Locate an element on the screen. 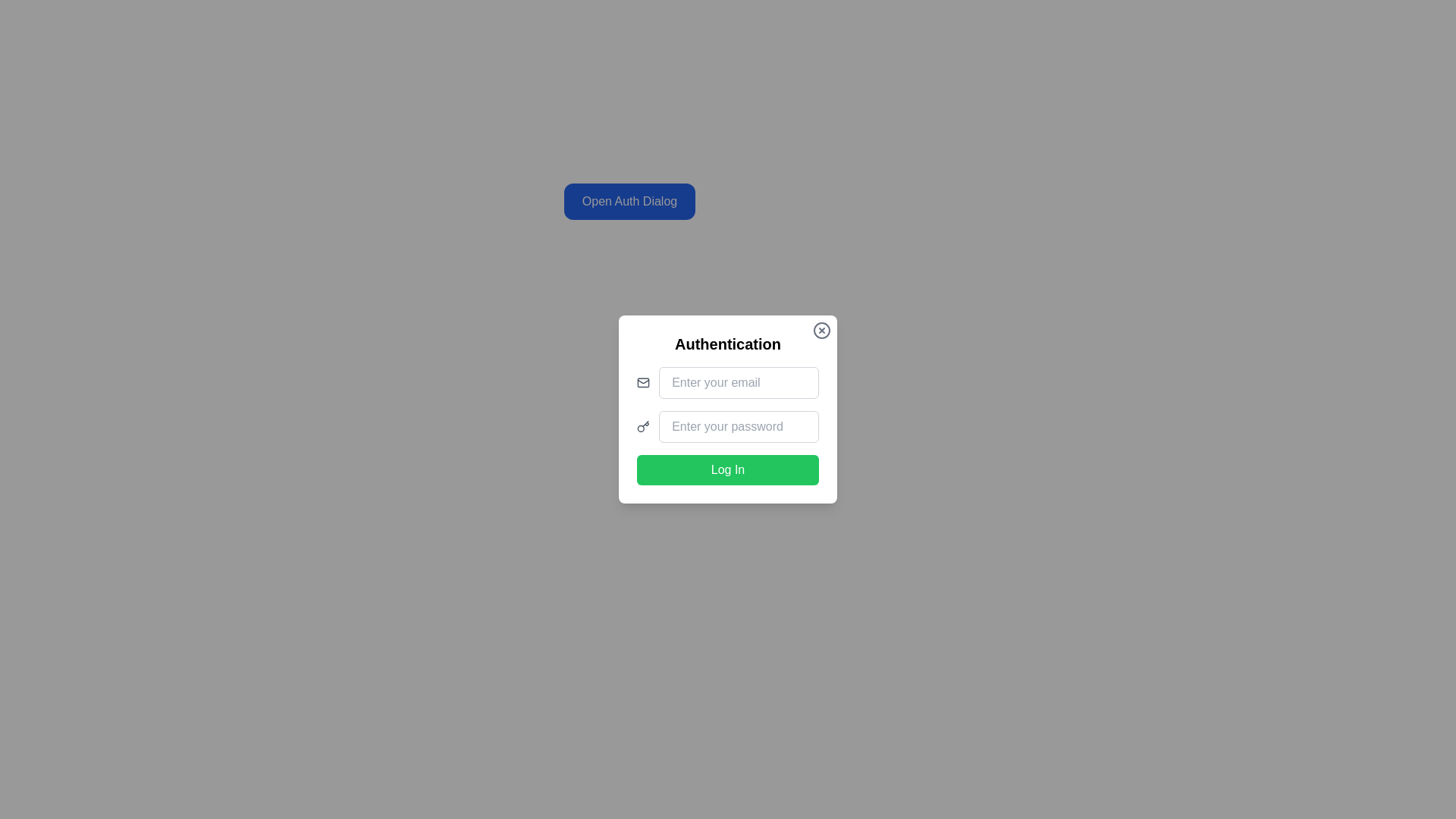 The width and height of the screenshot is (1456, 819). the SVG icon representing email functionality located to the left of the 'Enter your email' input field in the Authentication dialog box is located at coordinates (643, 382).